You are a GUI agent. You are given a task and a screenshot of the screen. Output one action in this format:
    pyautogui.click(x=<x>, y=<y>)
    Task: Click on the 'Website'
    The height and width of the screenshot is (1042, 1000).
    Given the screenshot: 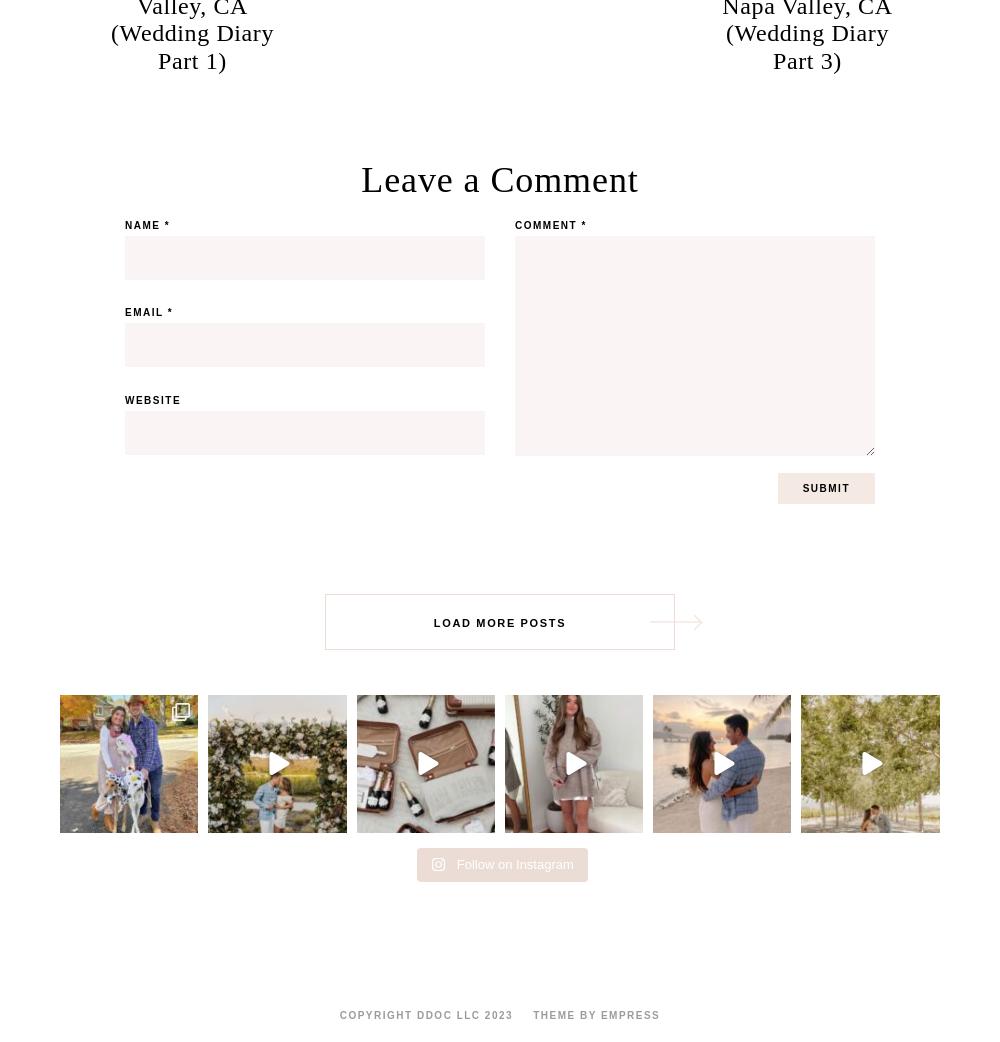 What is the action you would take?
    pyautogui.click(x=153, y=399)
    